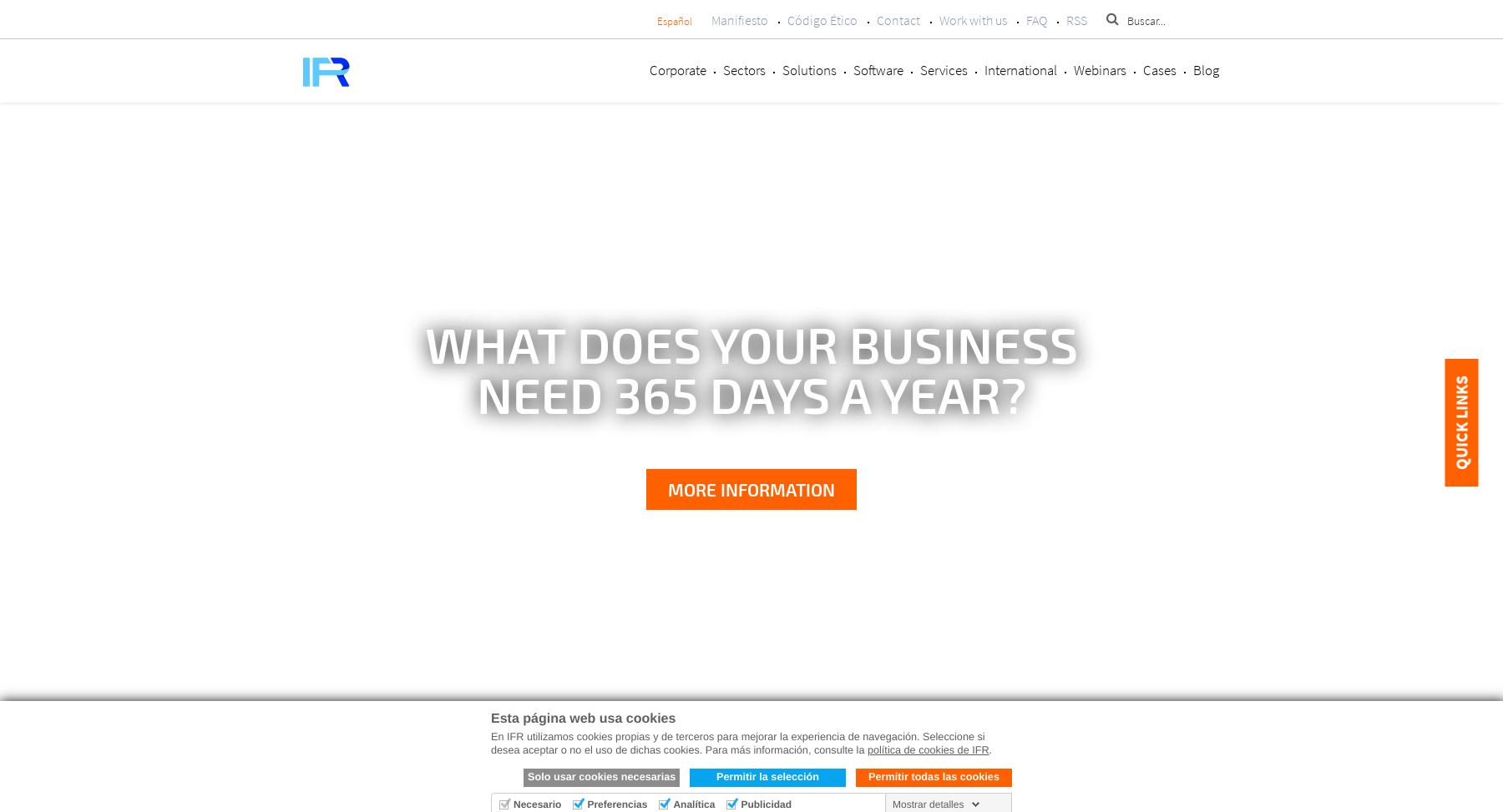 The height and width of the screenshot is (812, 1503). What do you see at coordinates (582, 719) in the screenshot?
I see `'Esta página web usa cookies'` at bounding box center [582, 719].